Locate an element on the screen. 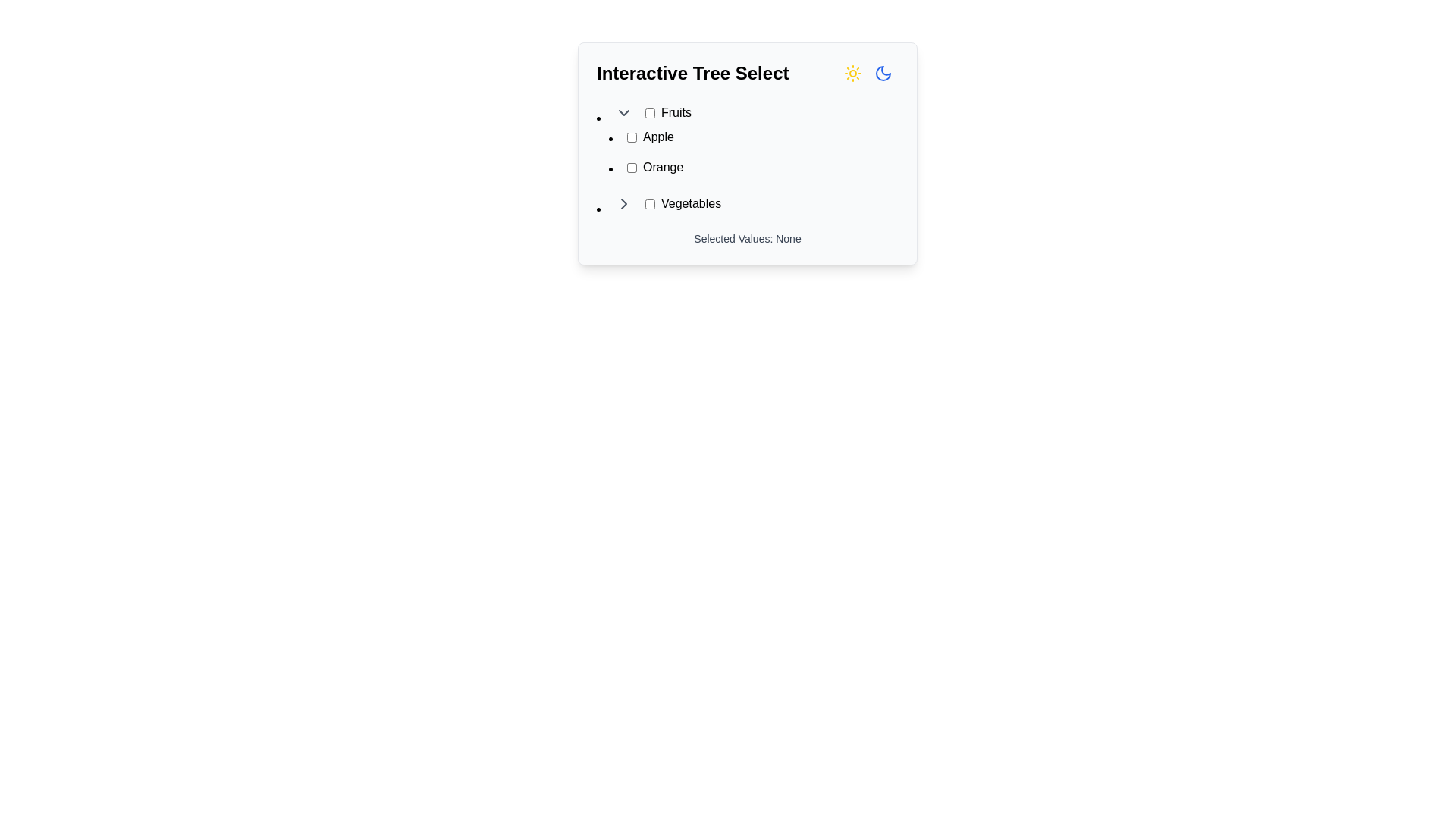 Image resolution: width=1456 pixels, height=819 pixels. the empty checkbox located is located at coordinates (632, 167).